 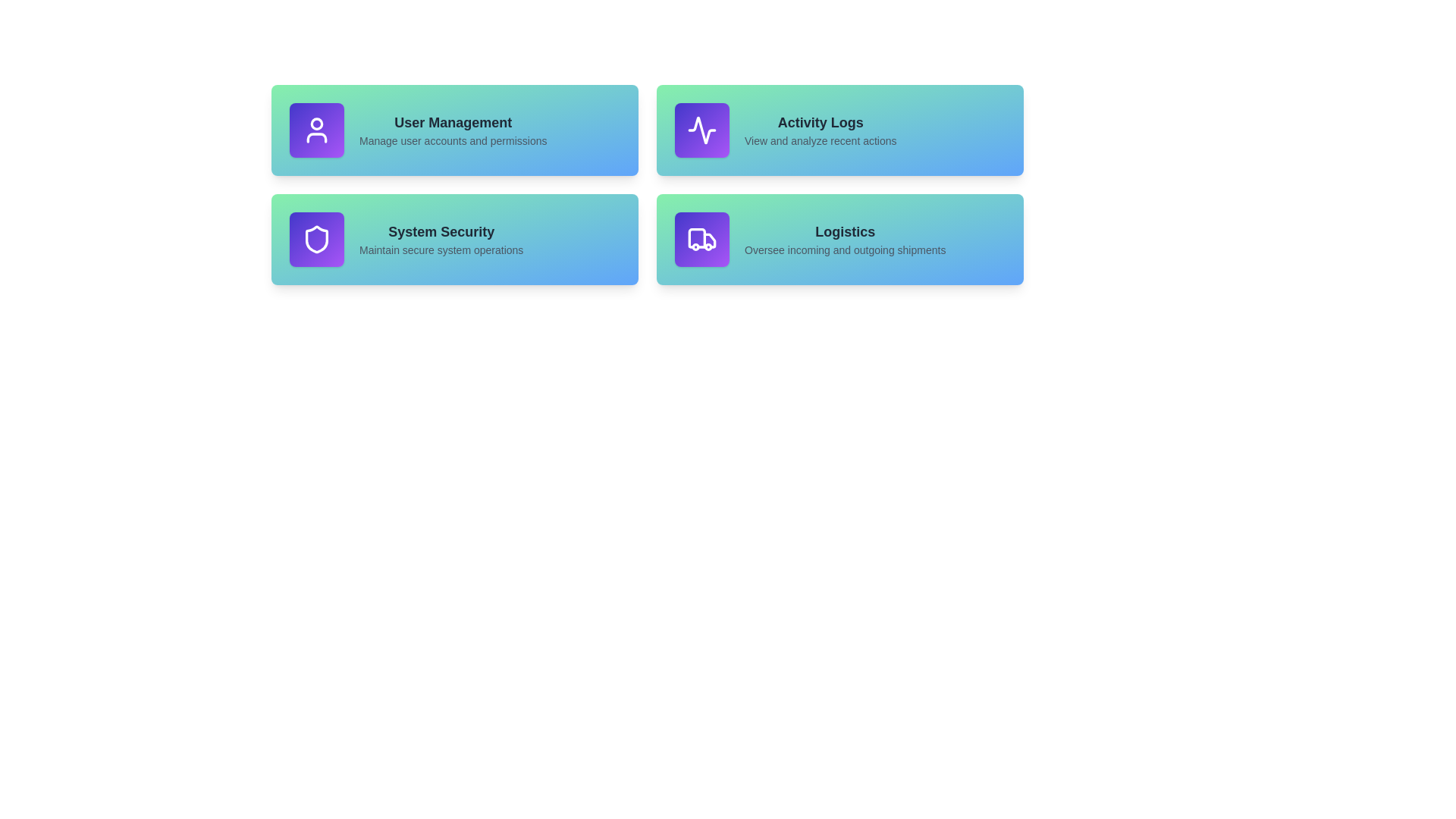 I want to click on the section corresponding to Logistics, so click(x=839, y=239).